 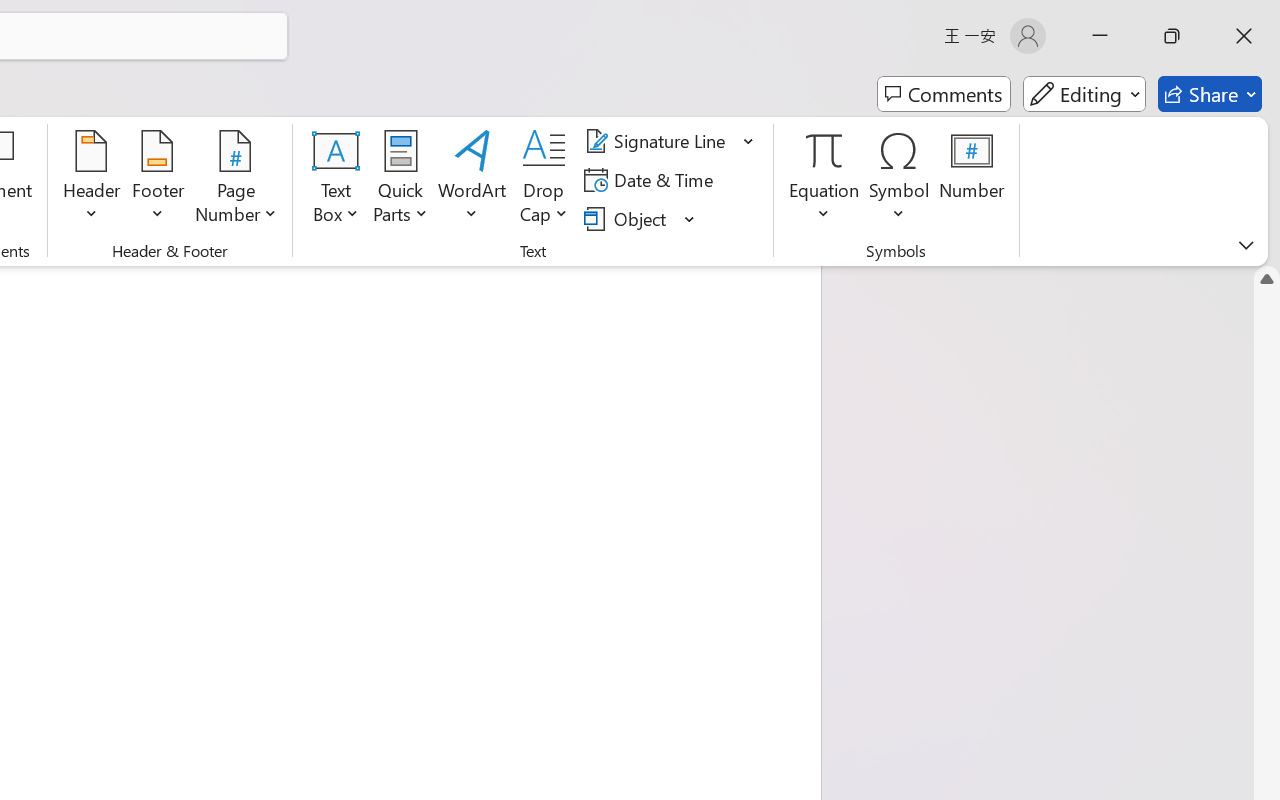 I want to click on 'Date & Time...', so click(x=652, y=179).